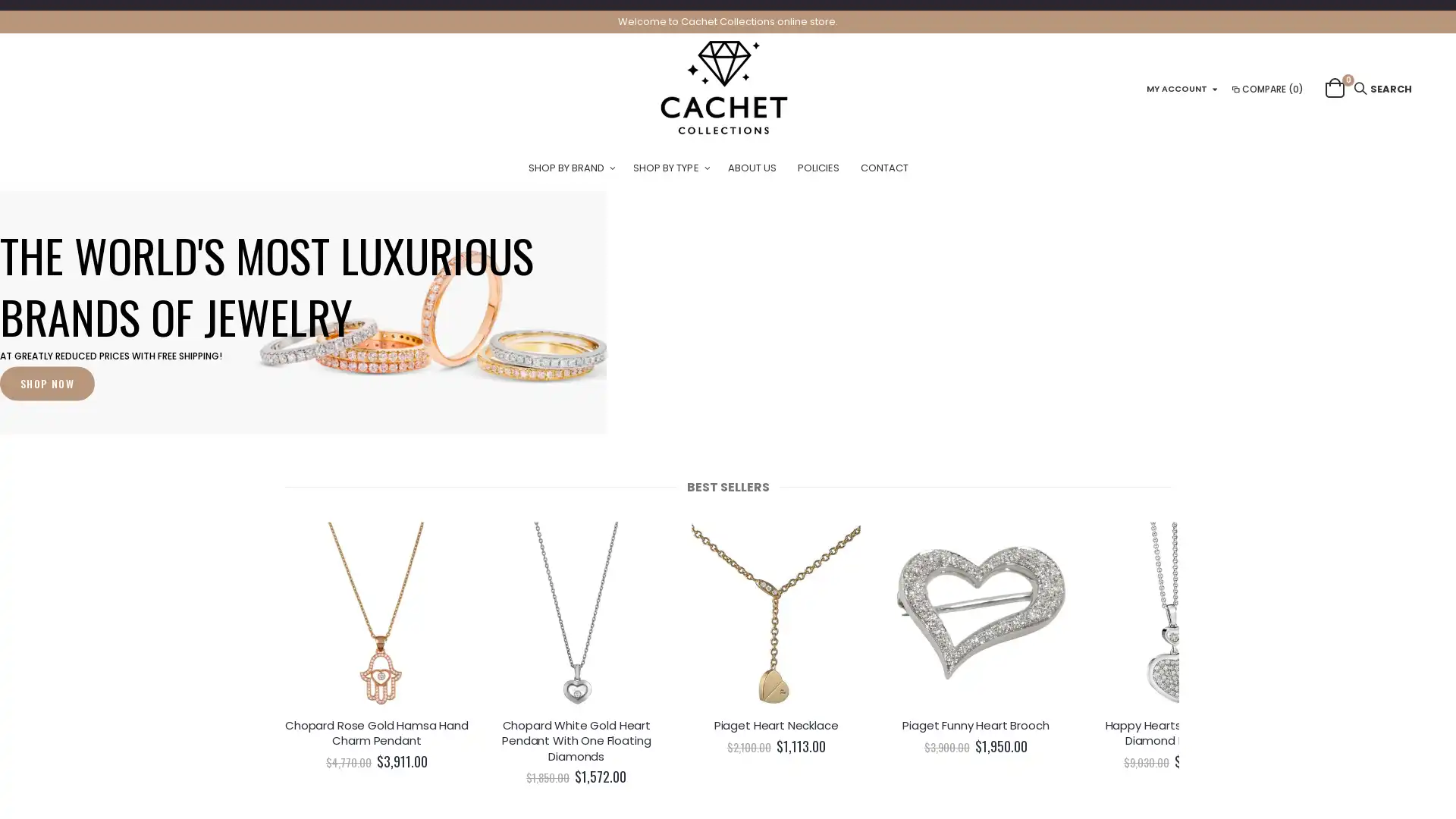 This screenshot has height=819, width=1456. I want to click on Send a message, so click(1376, 778).